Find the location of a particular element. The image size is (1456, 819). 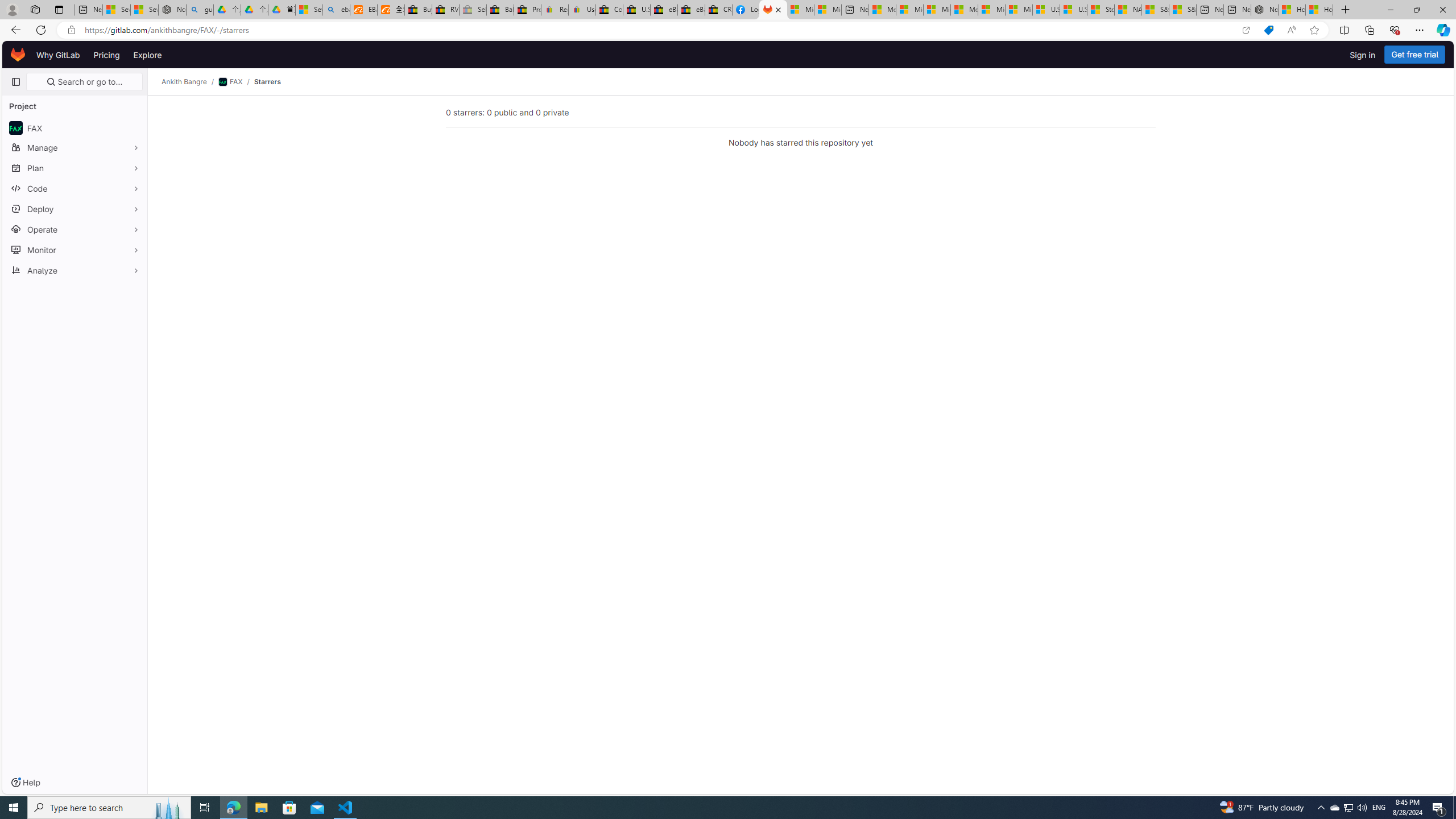

'Explore' is located at coordinates (146, 54).